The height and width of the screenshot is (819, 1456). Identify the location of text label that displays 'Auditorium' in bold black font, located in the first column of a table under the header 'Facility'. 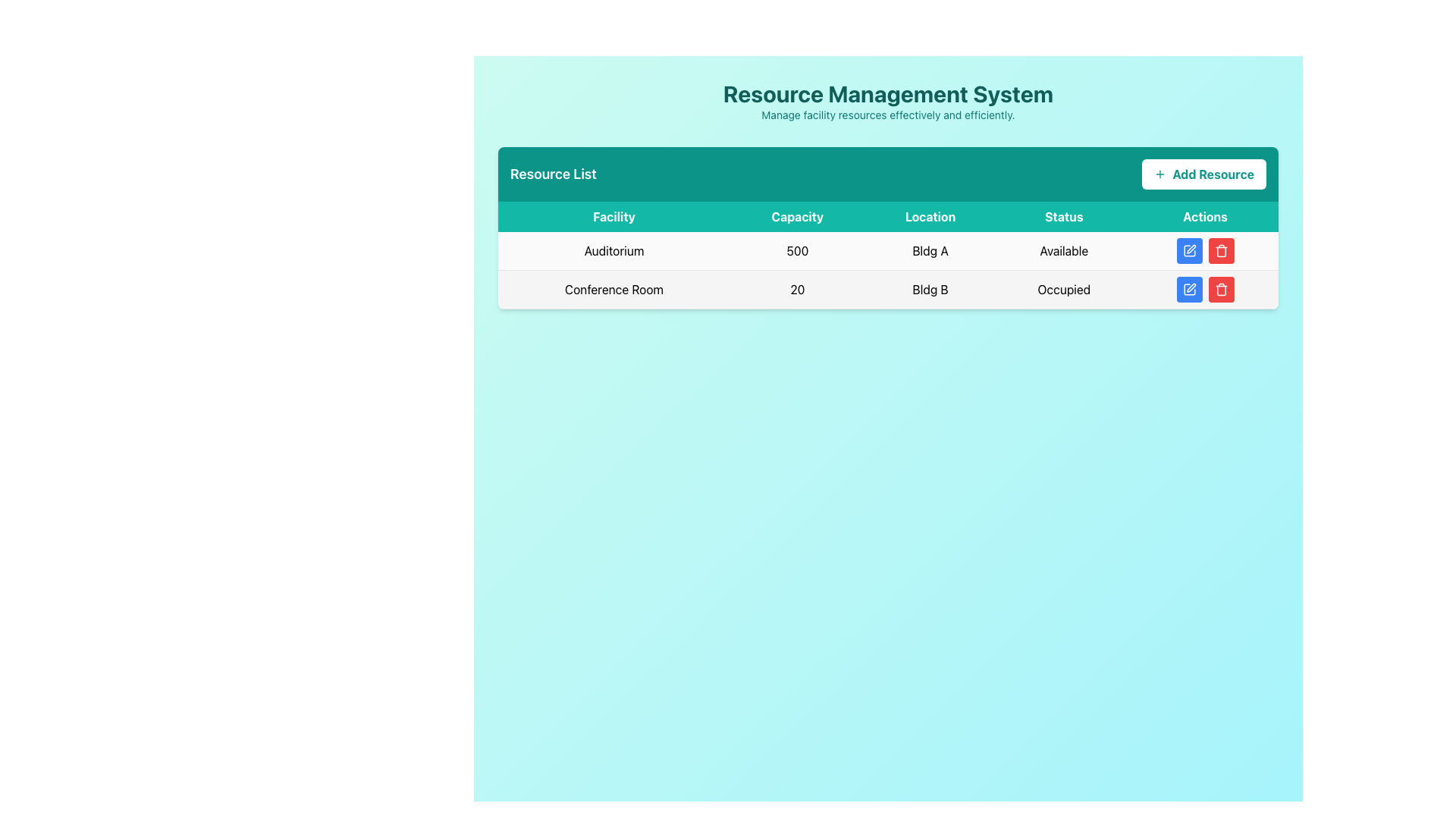
(614, 250).